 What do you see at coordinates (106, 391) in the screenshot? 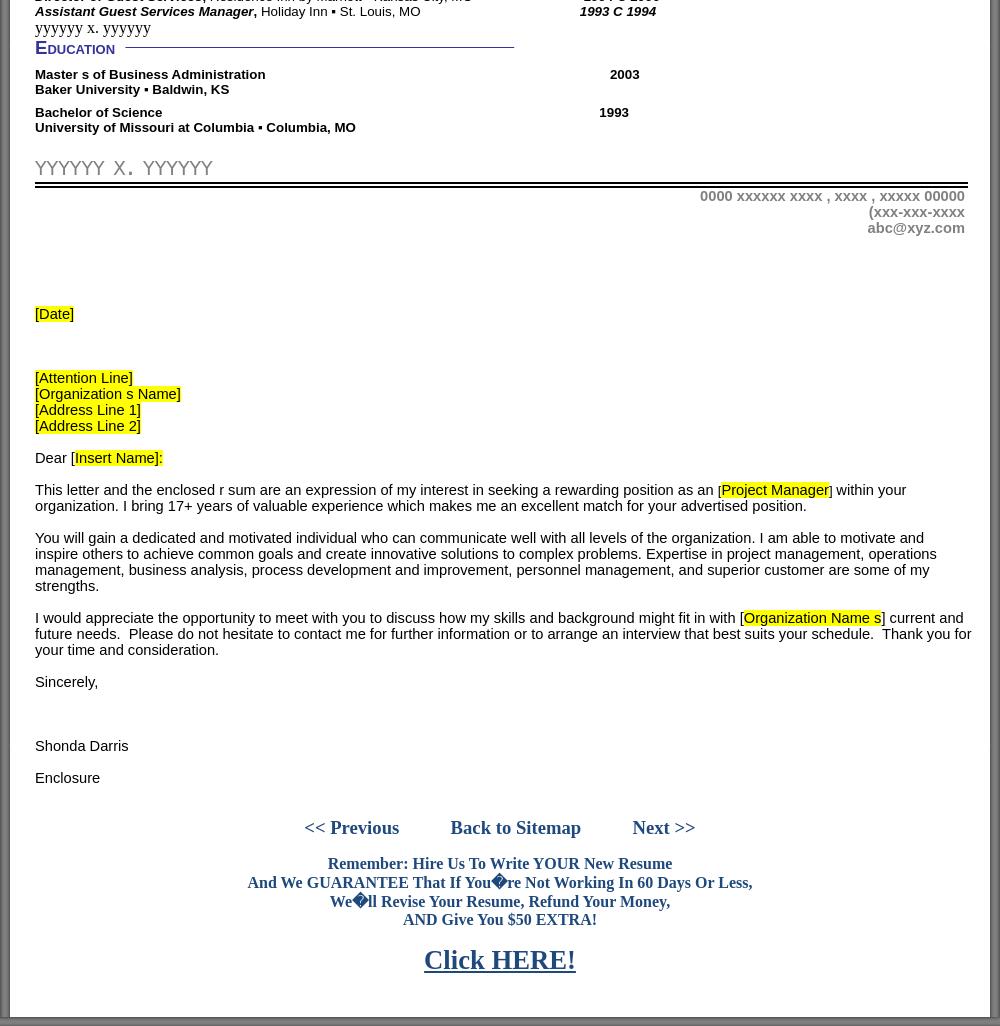
I see `'[Organization  s Name]'` at bounding box center [106, 391].